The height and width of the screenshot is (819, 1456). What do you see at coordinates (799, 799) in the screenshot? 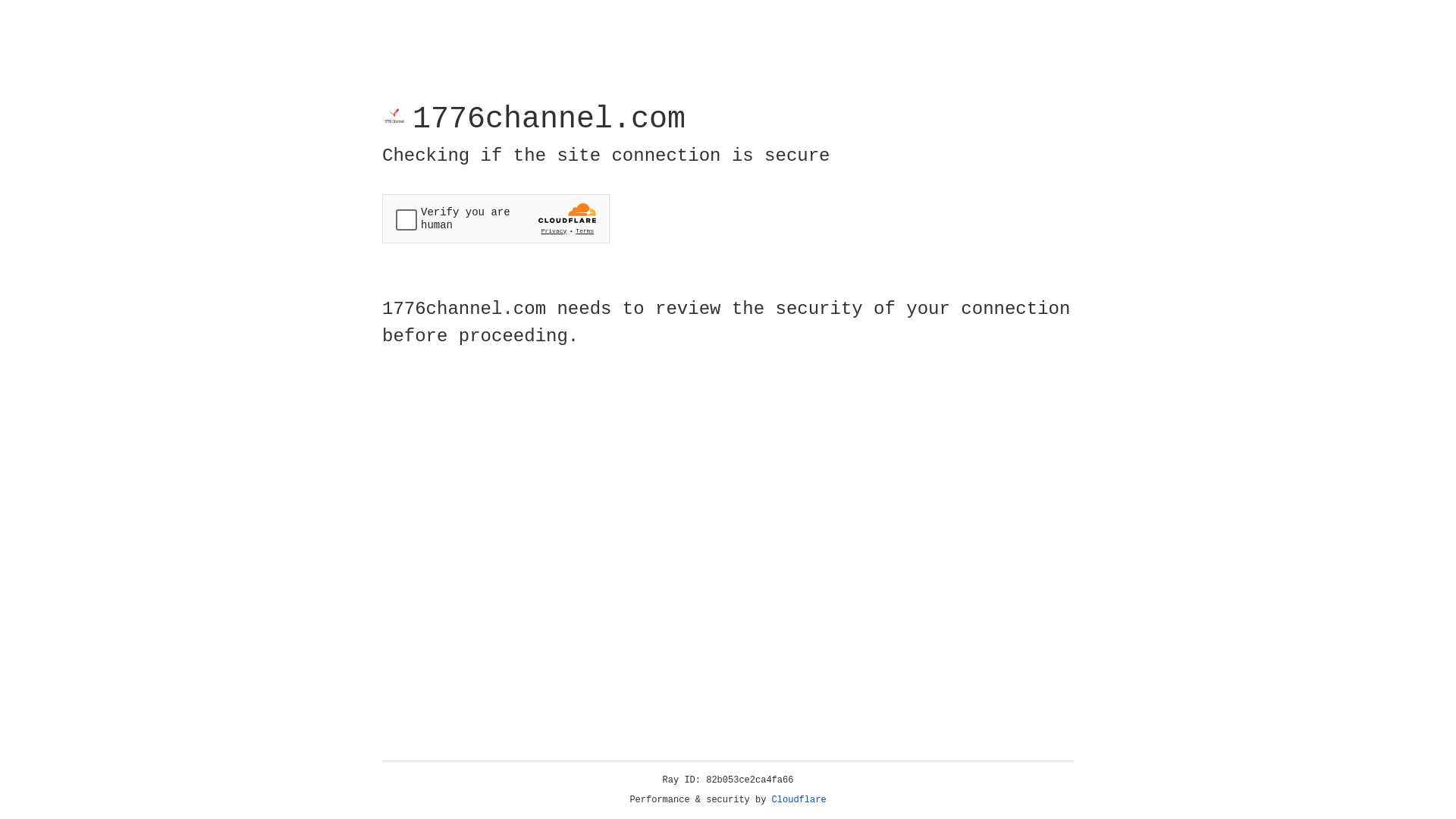
I see `'Cloudflare'` at bounding box center [799, 799].